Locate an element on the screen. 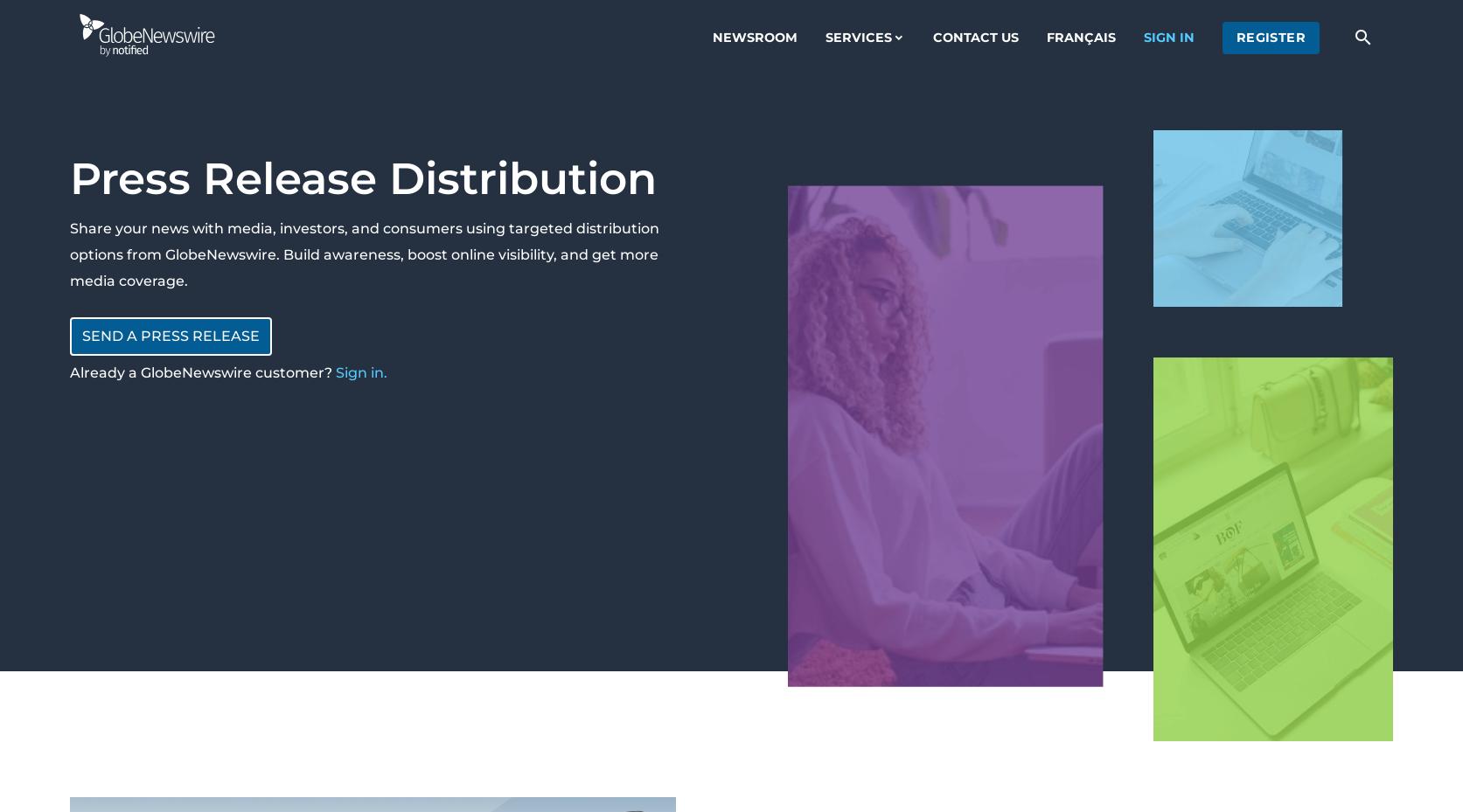 The image size is (1463, 812). 'register' is located at coordinates (1271, 35).